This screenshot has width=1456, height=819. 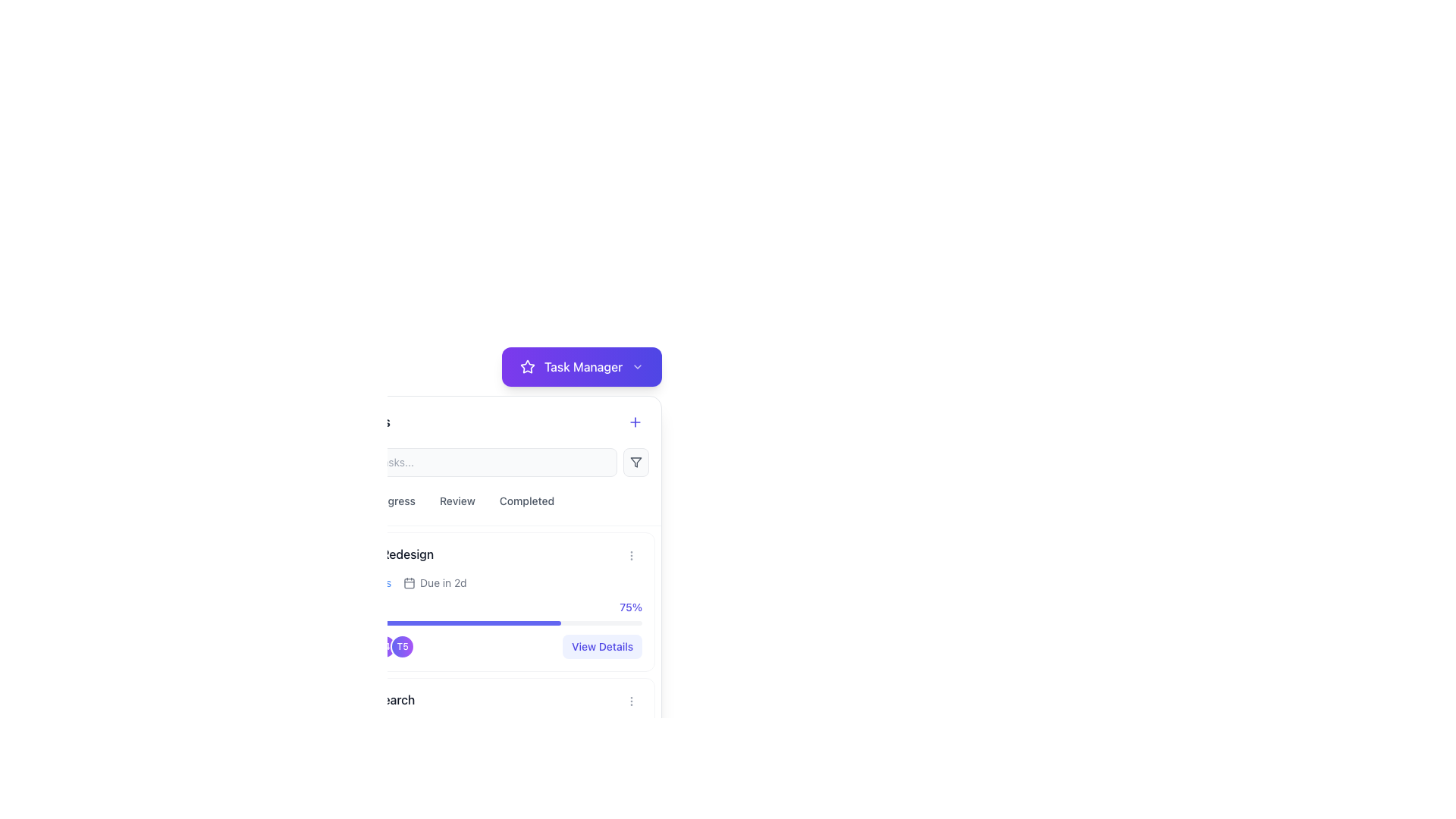 What do you see at coordinates (463, 461) in the screenshot?
I see `to select text in the text input field with a light-gray background and placeholder 'Search tasks...'` at bounding box center [463, 461].